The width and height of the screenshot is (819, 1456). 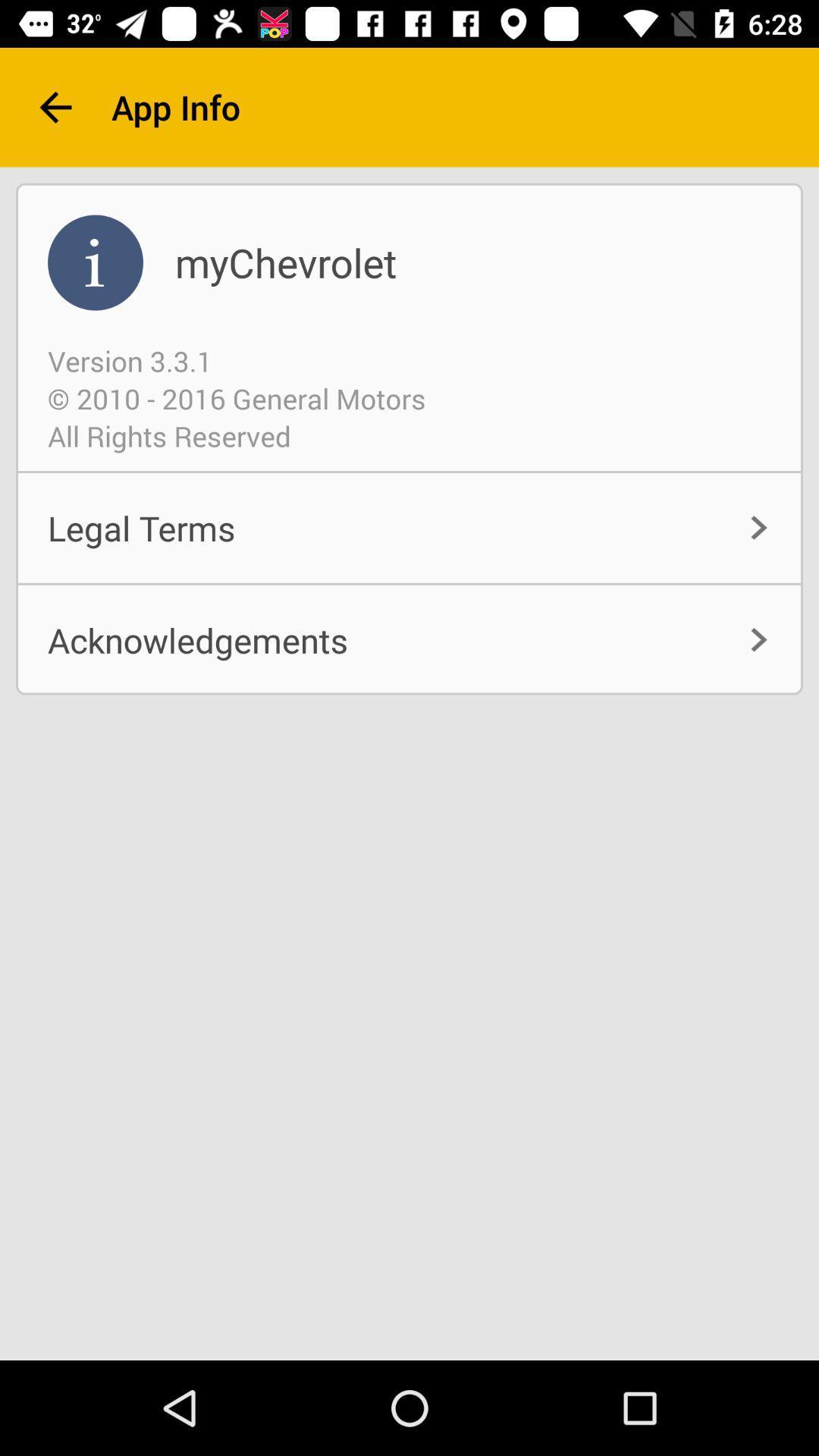 I want to click on legal terms icon, so click(x=409, y=528).